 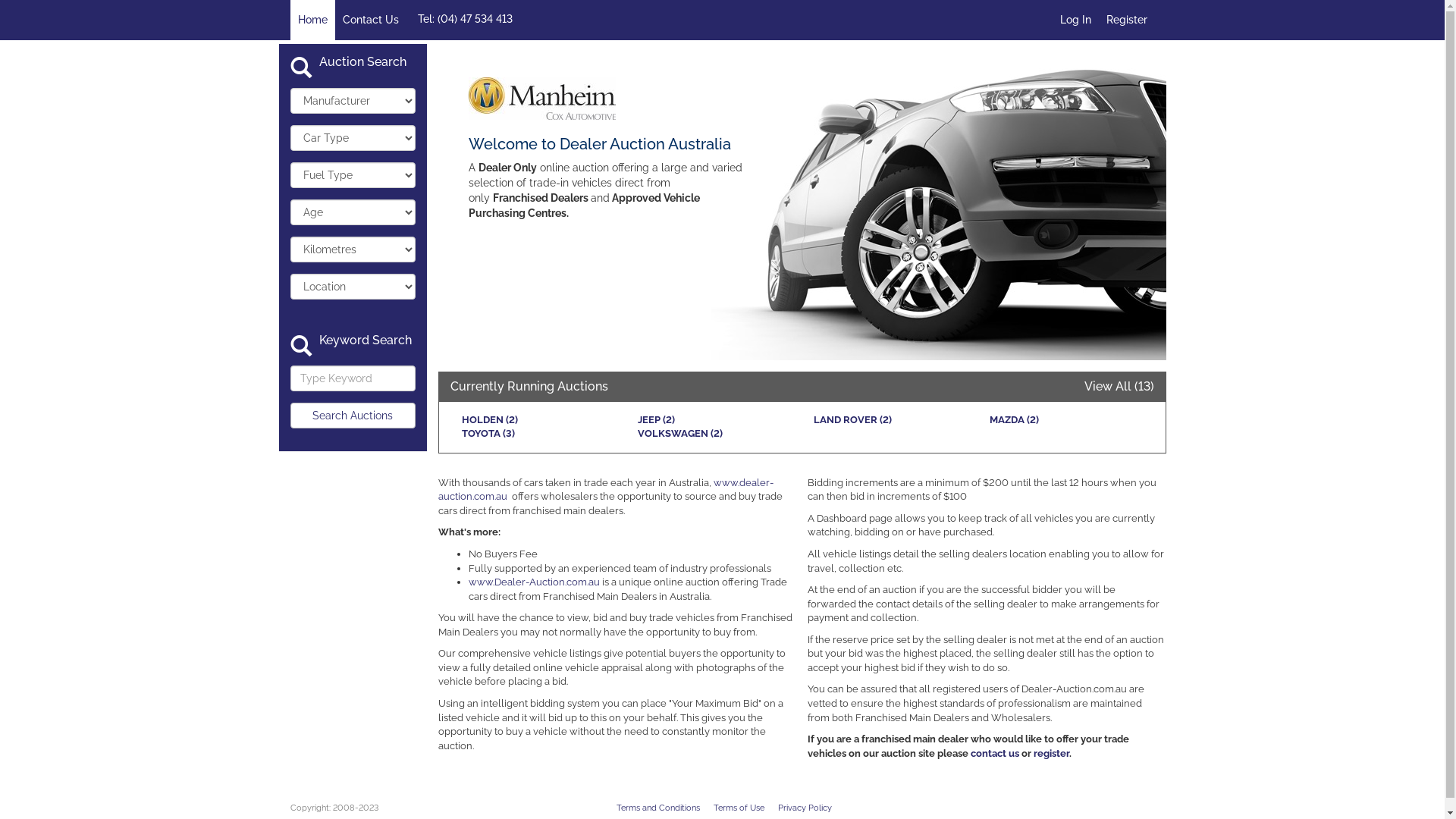 I want to click on 'MAZDA (2)', so click(x=1013, y=419).